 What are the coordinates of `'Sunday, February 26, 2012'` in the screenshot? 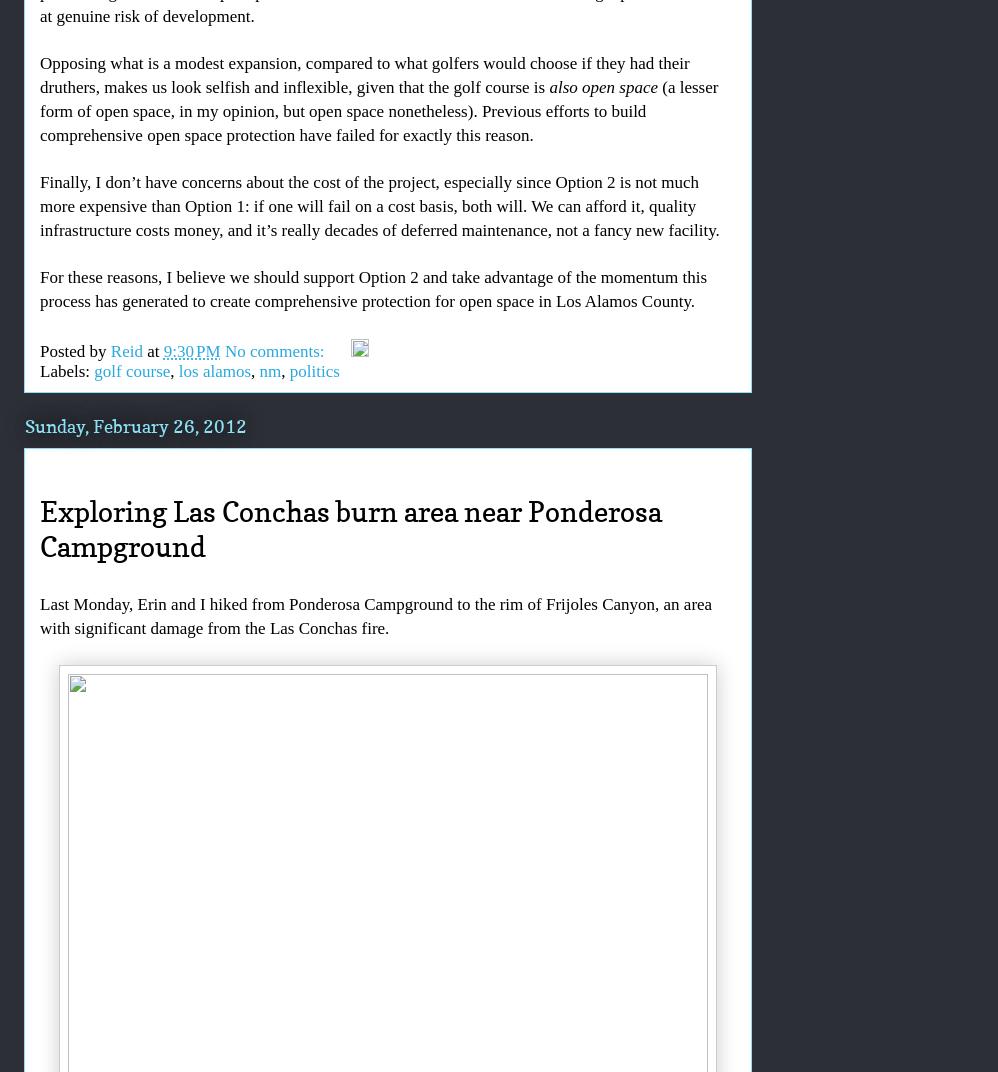 It's located at (136, 425).